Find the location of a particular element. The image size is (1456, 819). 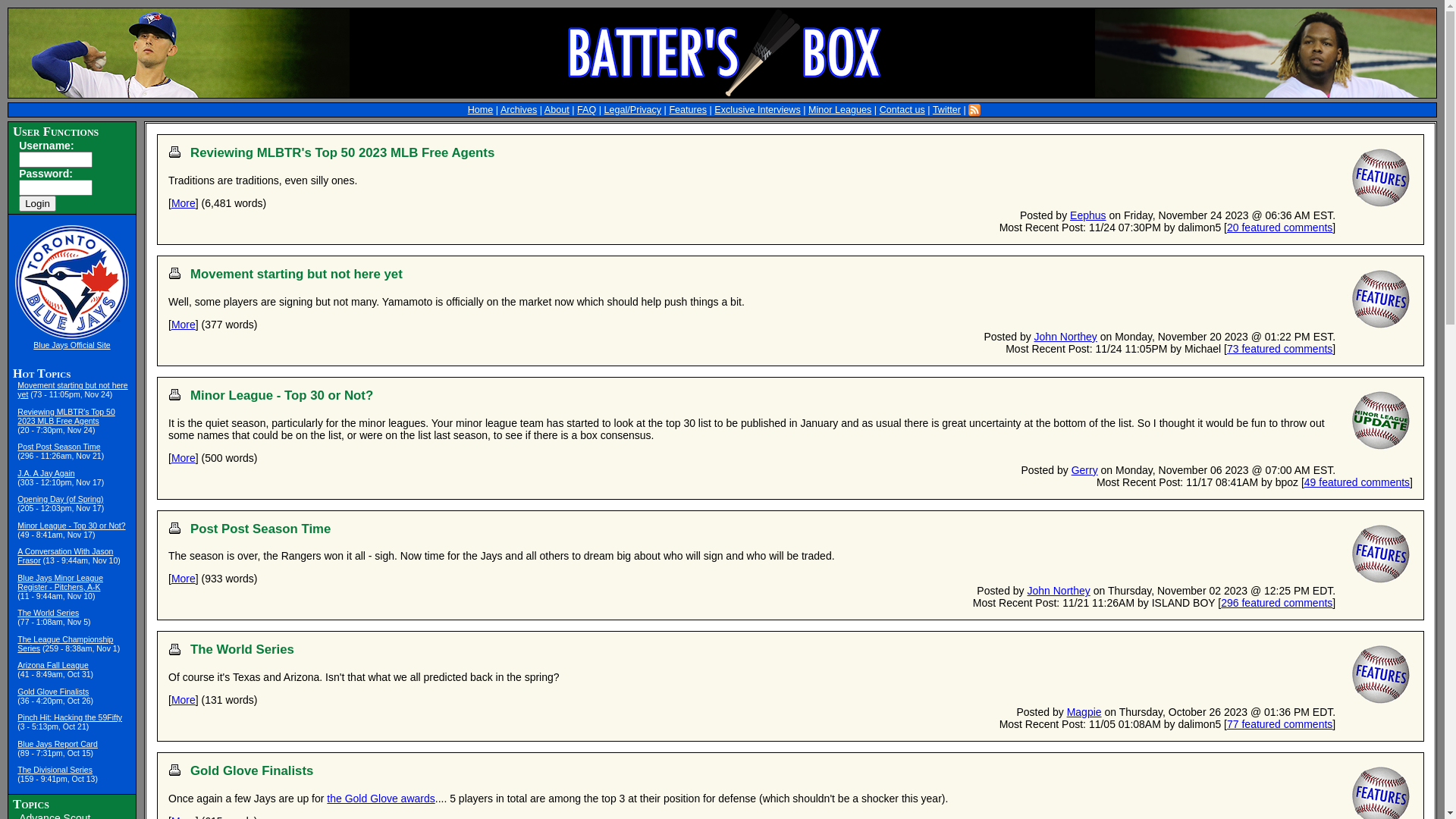

'Opening Day (of Spring)' is located at coordinates (60, 499).